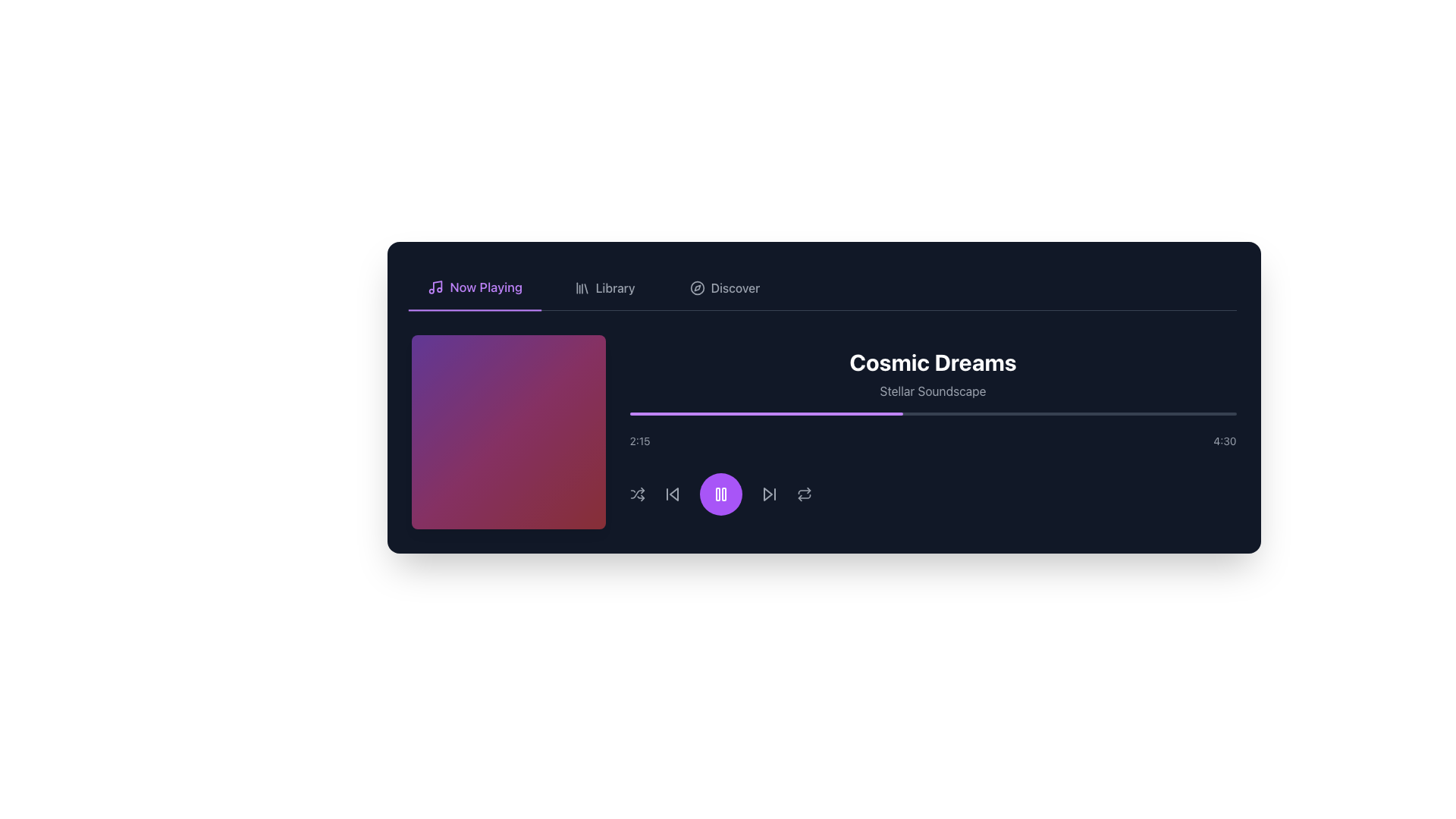 This screenshot has height=819, width=1456. I want to click on the Media player information display, so click(932, 432).